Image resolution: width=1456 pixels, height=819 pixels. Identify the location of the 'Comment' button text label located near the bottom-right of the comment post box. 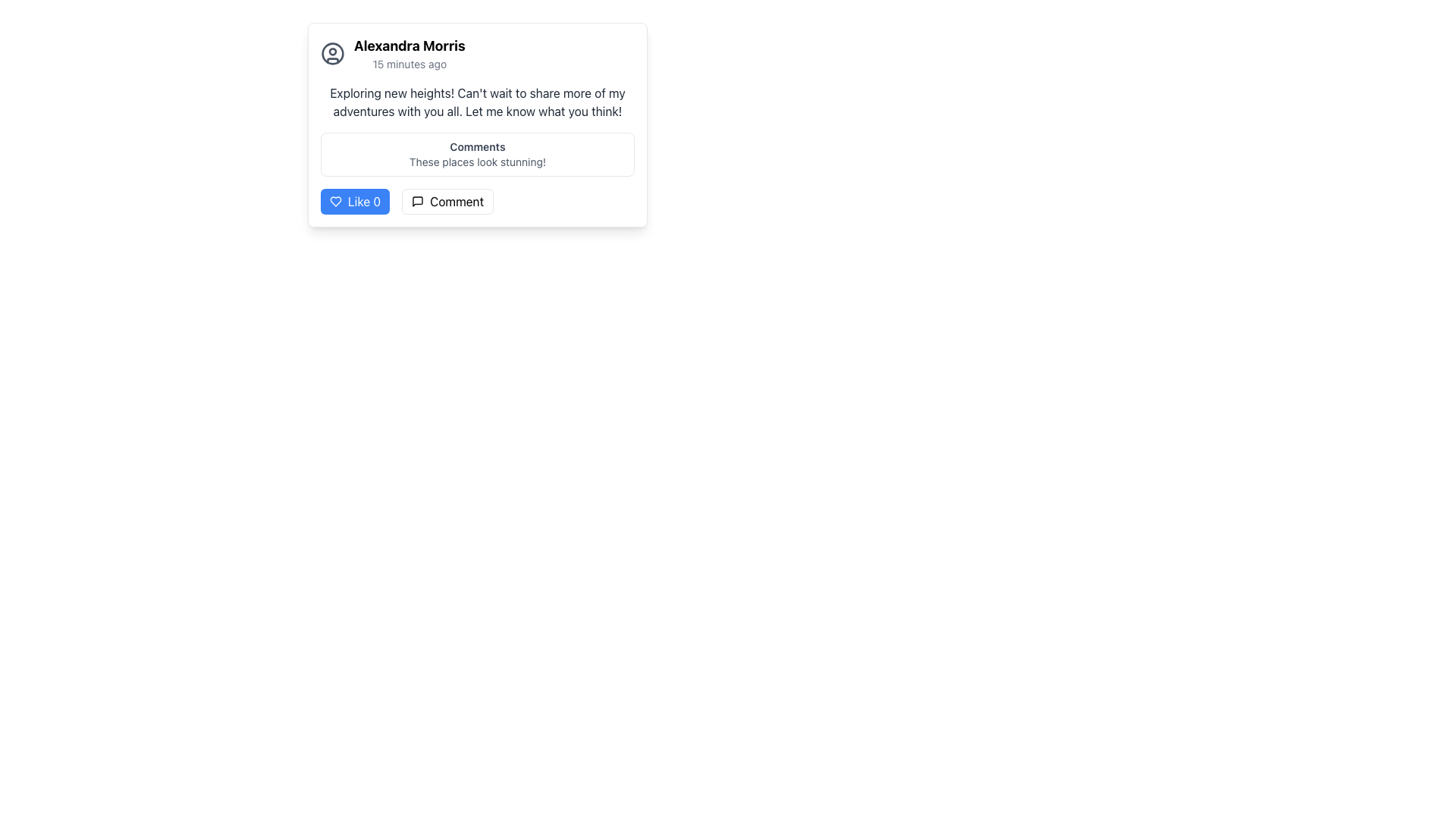
(456, 201).